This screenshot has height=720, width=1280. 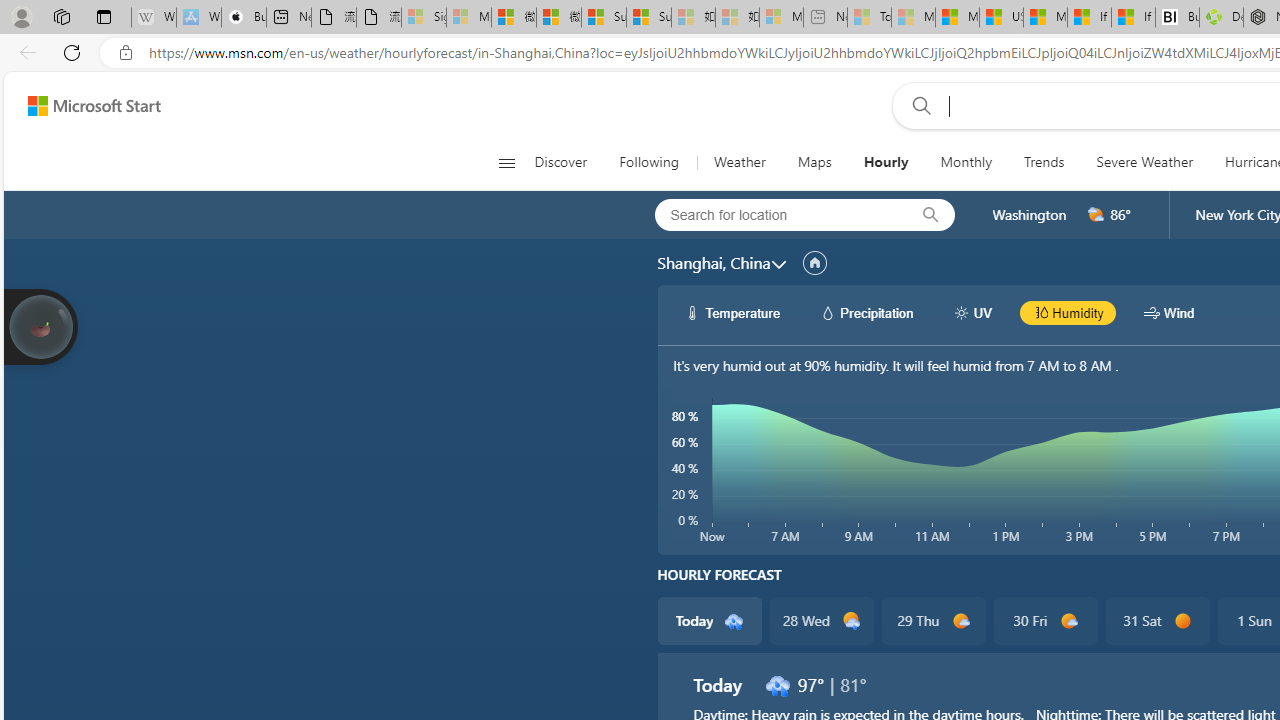 What do you see at coordinates (777, 263) in the screenshot?
I see `'common/carouselChevron'` at bounding box center [777, 263].